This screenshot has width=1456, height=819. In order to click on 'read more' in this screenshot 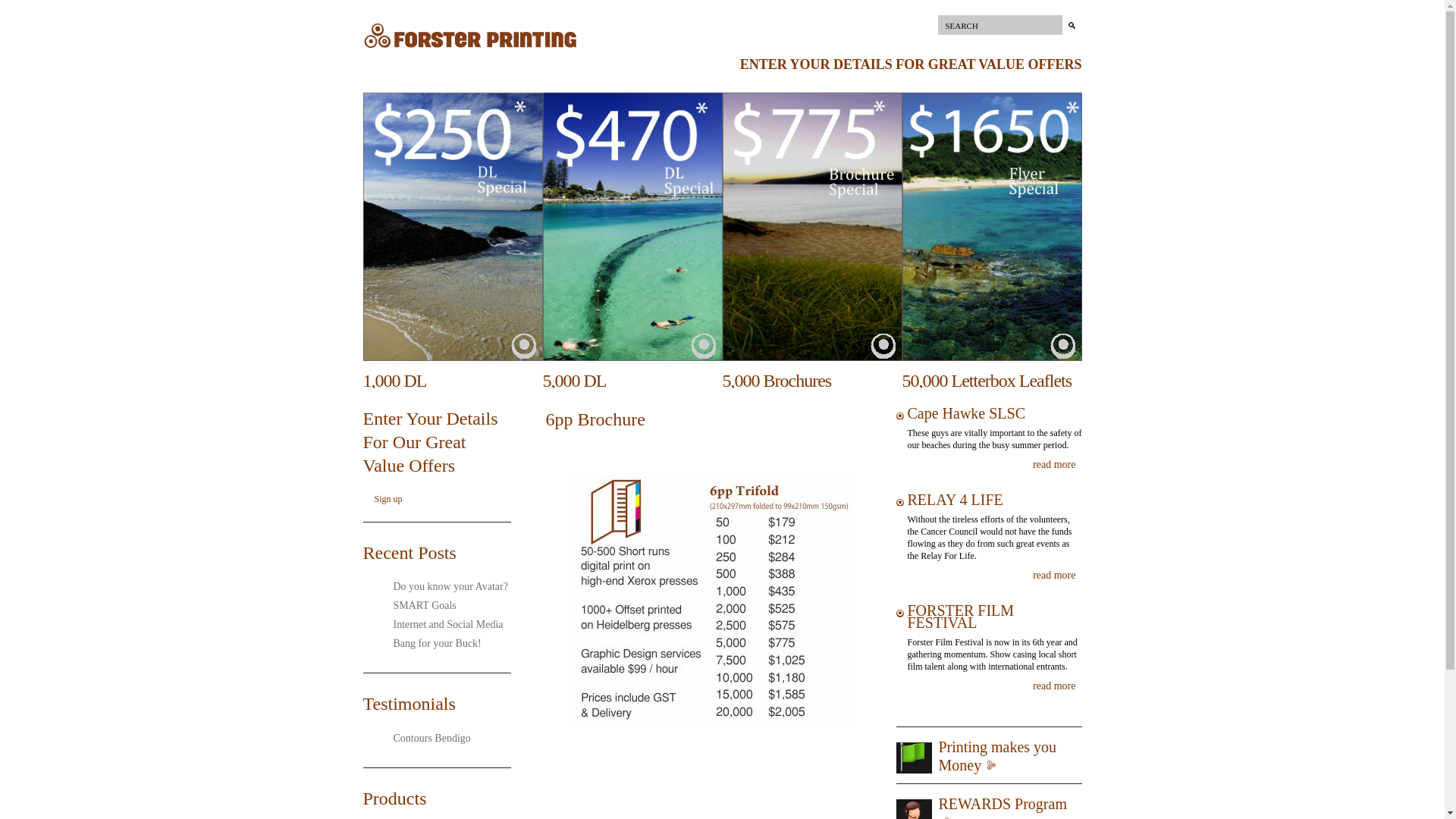, I will do `click(1032, 576)`.